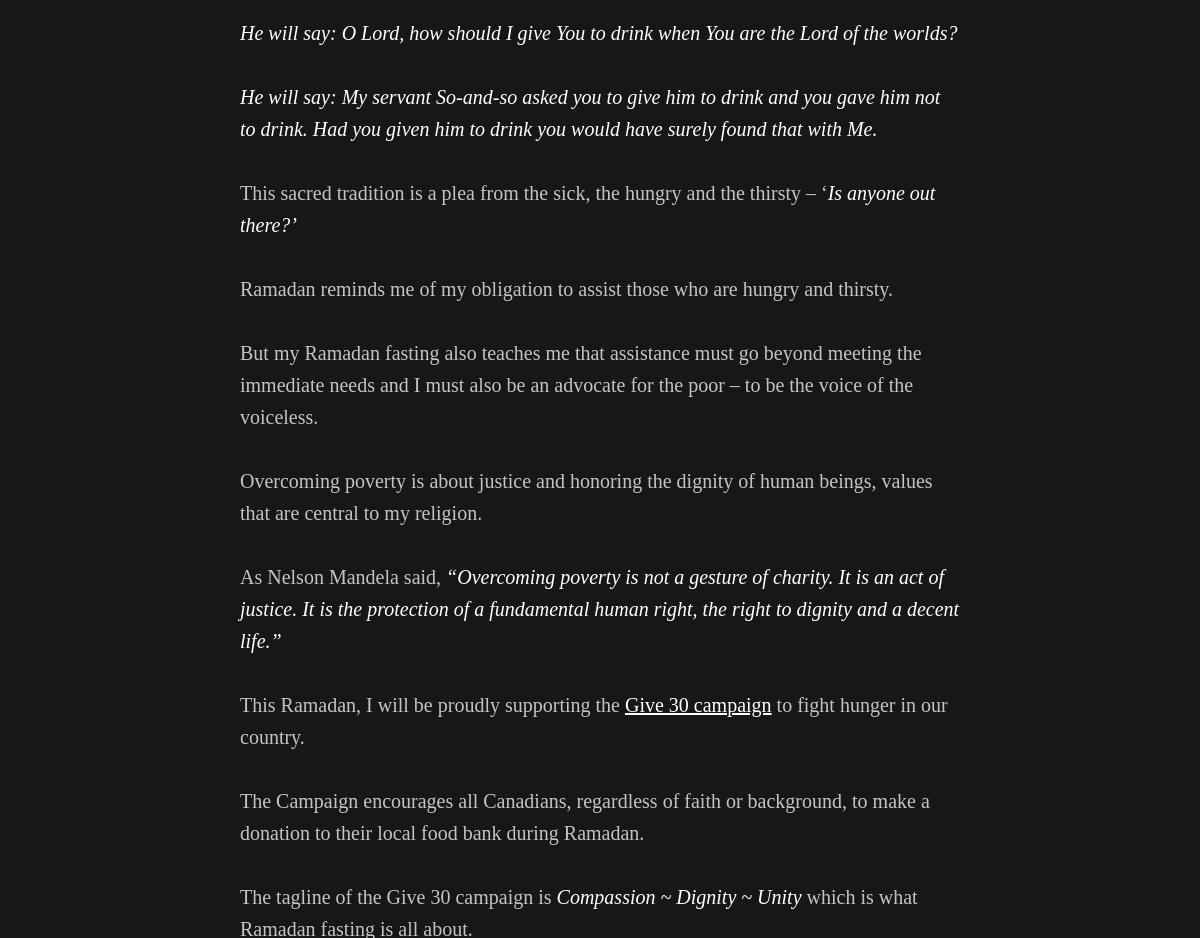 This screenshot has height=938, width=1200. What do you see at coordinates (532, 192) in the screenshot?
I see `'This sacred tradition is a plea from the sick, the hungry and the thirsty – ‘'` at bounding box center [532, 192].